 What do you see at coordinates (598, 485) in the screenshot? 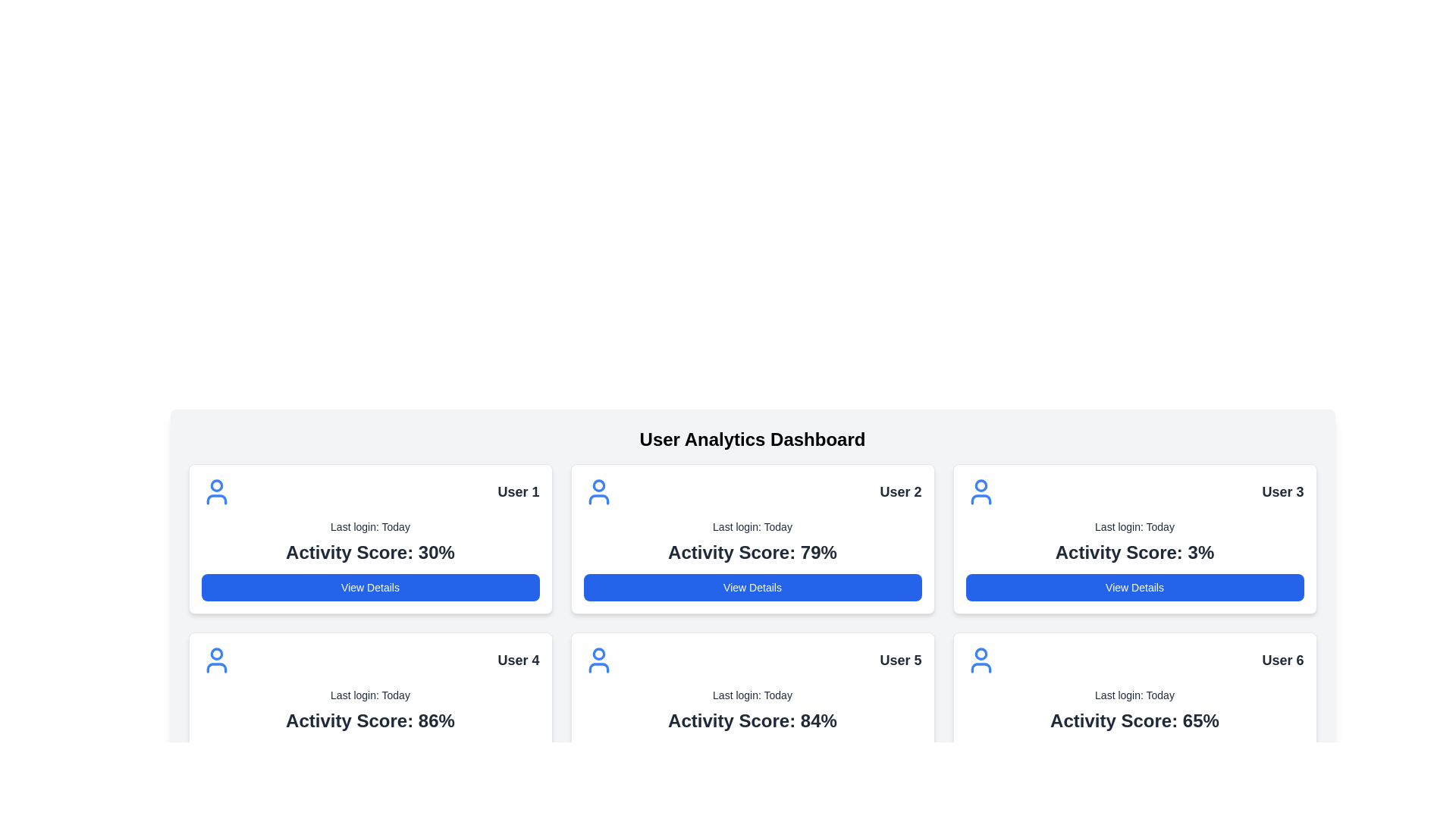
I see `the circular graphical element representing the head part of the user icon for 'User 2' in the analytics dashboard` at bounding box center [598, 485].